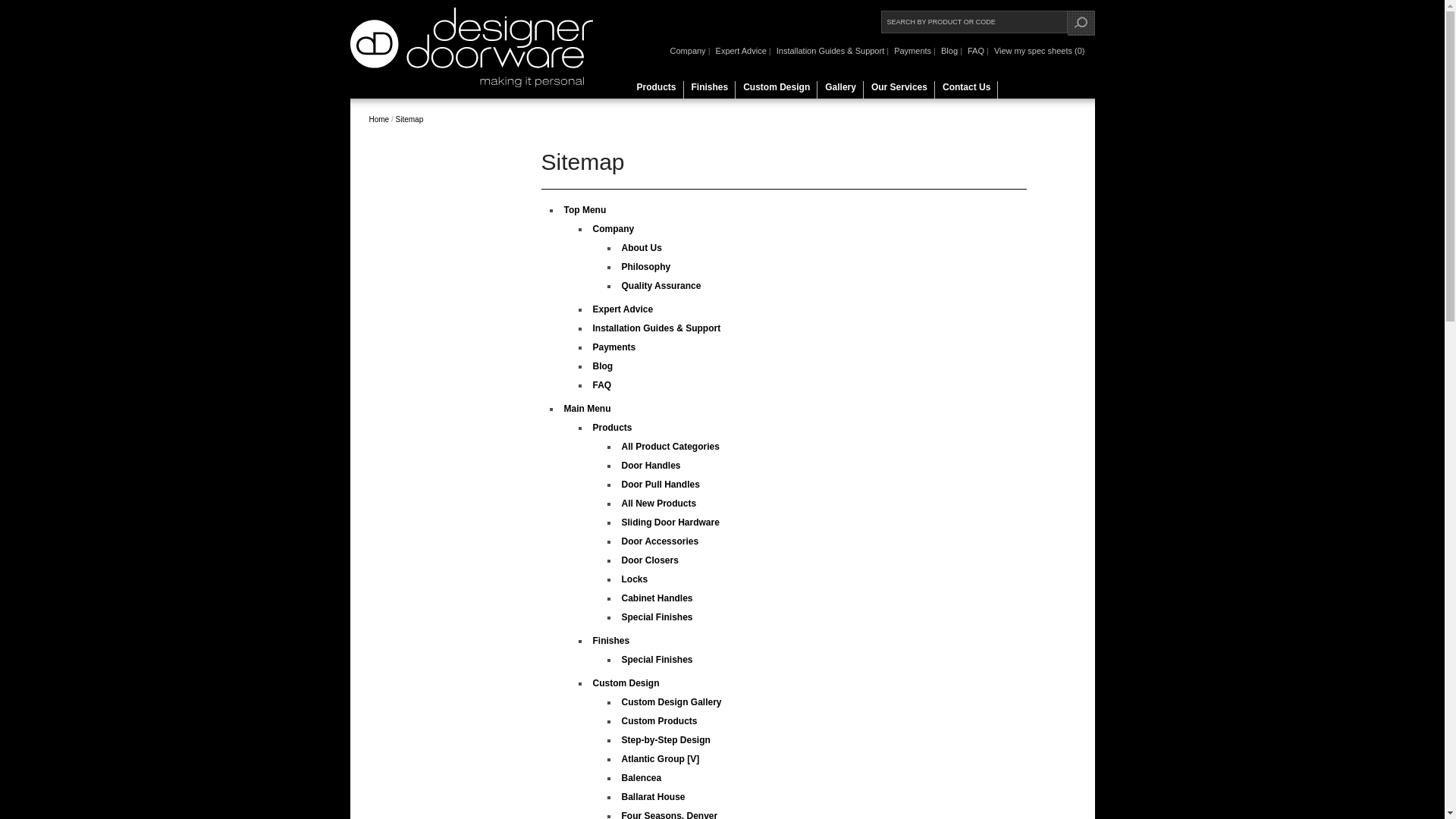  Describe the element at coordinates (661, 286) in the screenshot. I see `'Quality Assurance'` at that location.